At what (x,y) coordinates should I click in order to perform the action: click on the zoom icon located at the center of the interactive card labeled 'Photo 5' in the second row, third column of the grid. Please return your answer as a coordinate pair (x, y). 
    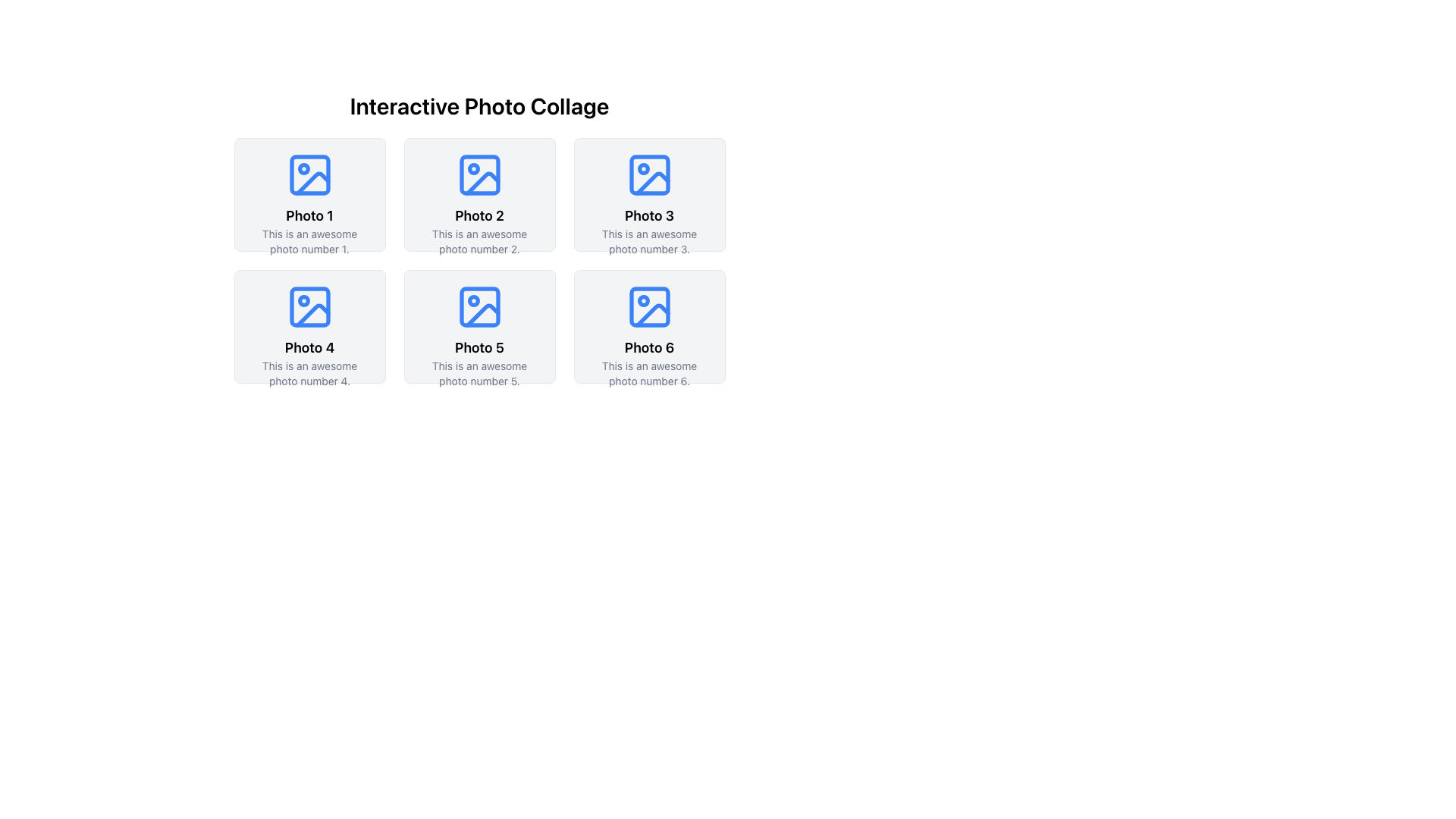
    Looking at the image, I should click on (479, 326).